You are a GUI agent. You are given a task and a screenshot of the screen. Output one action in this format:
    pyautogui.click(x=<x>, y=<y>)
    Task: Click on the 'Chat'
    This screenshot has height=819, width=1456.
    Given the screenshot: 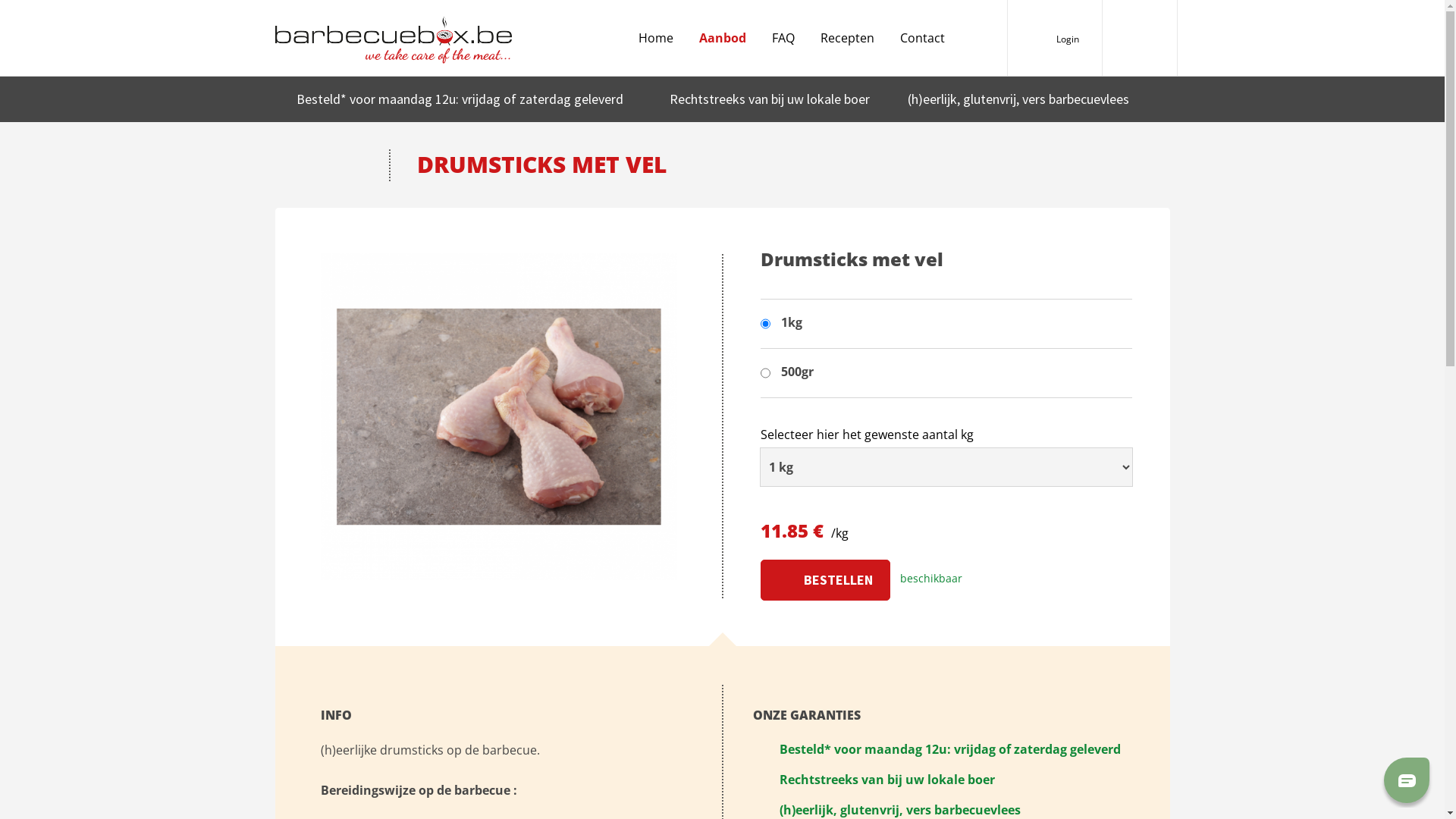 What is the action you would take?
    pyautogui.click(x=1405, y=779)
    